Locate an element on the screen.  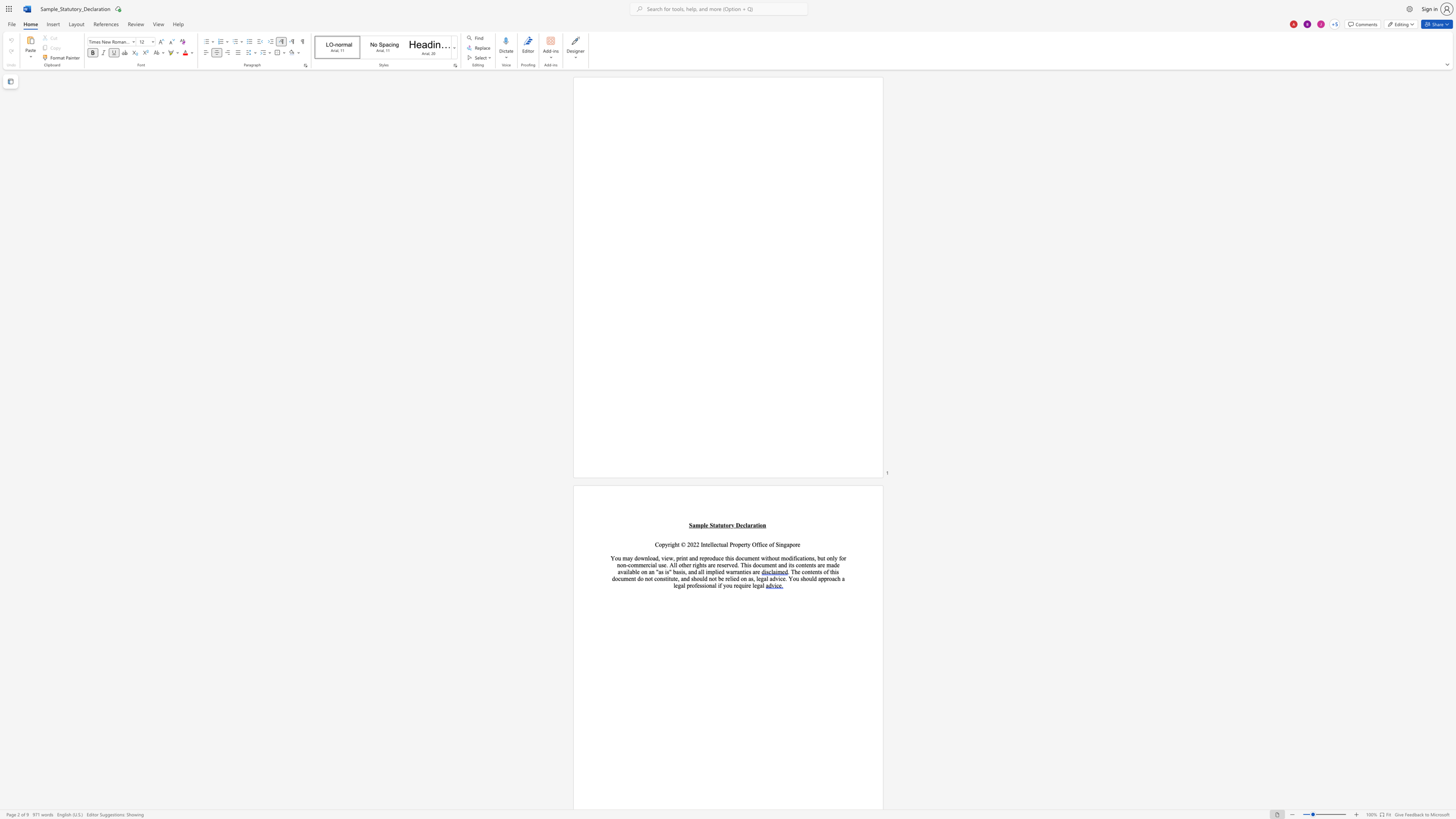
the 1th character "t" in the text is located at coordinates (651, 578).